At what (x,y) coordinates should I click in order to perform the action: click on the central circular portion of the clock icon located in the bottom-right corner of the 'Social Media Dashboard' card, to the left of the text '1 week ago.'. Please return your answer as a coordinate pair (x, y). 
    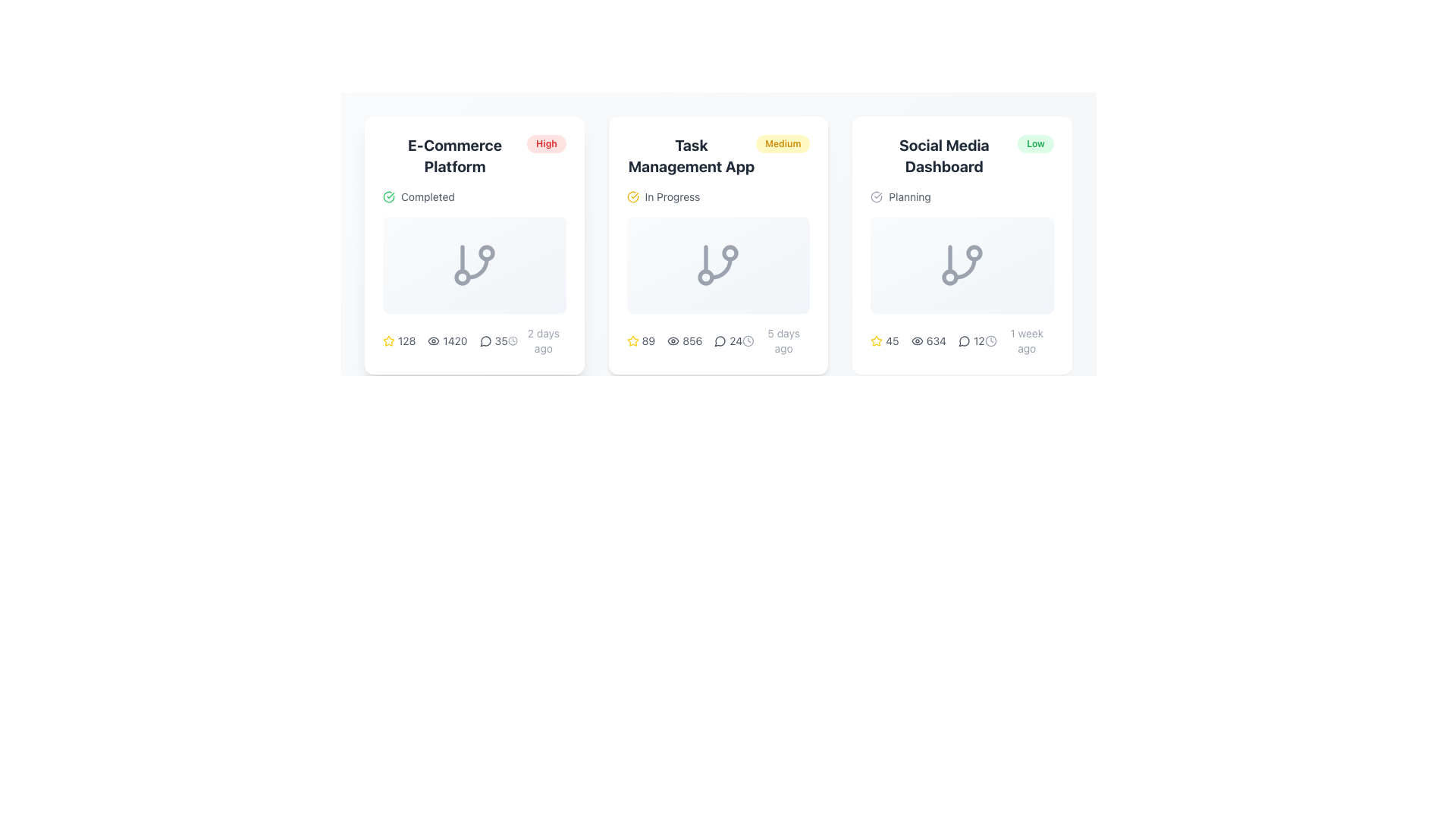
    Looking at the image, I should click on (990, 341).